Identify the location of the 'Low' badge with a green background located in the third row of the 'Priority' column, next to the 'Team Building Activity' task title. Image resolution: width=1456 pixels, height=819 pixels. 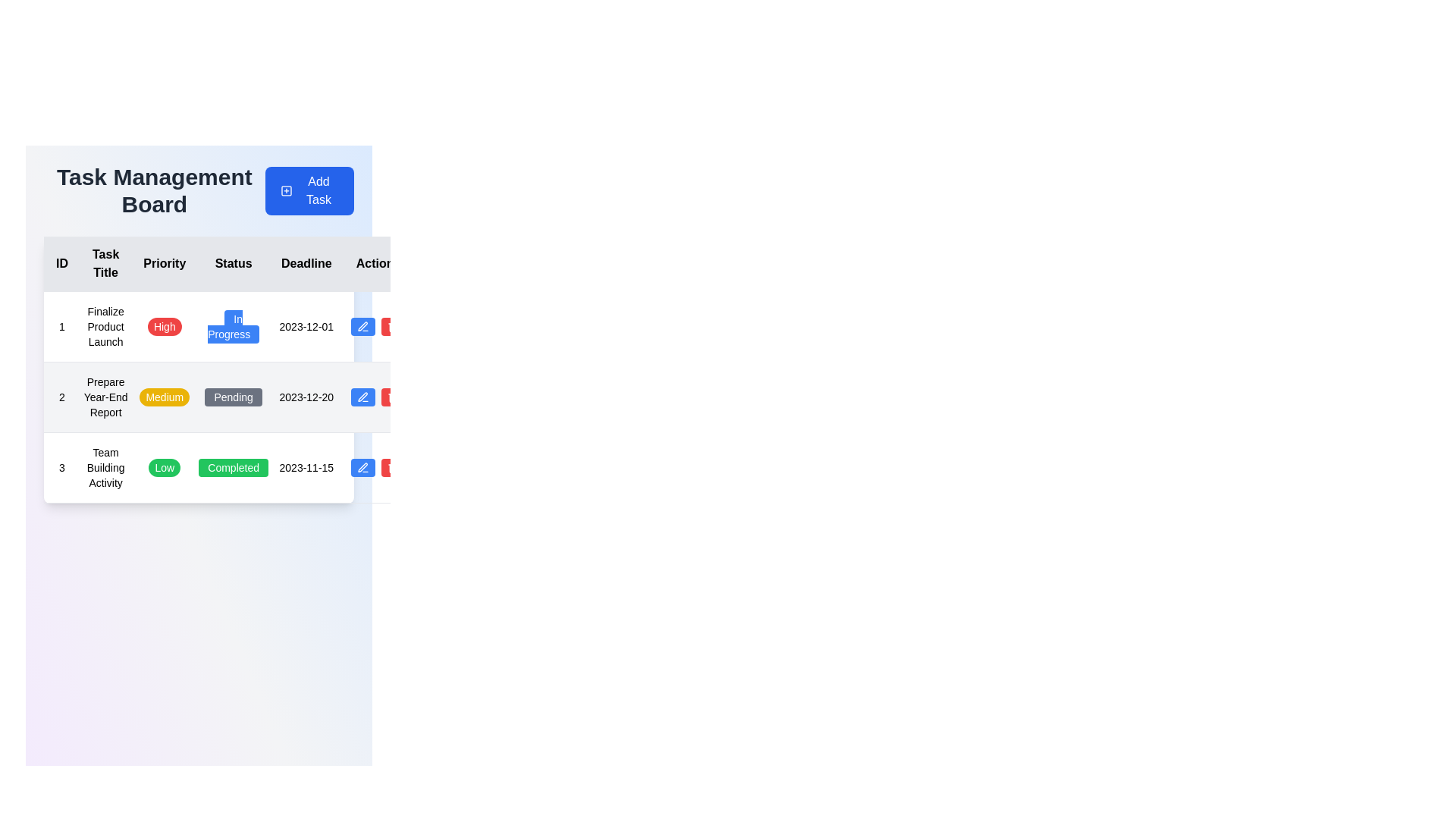
(165, 467).